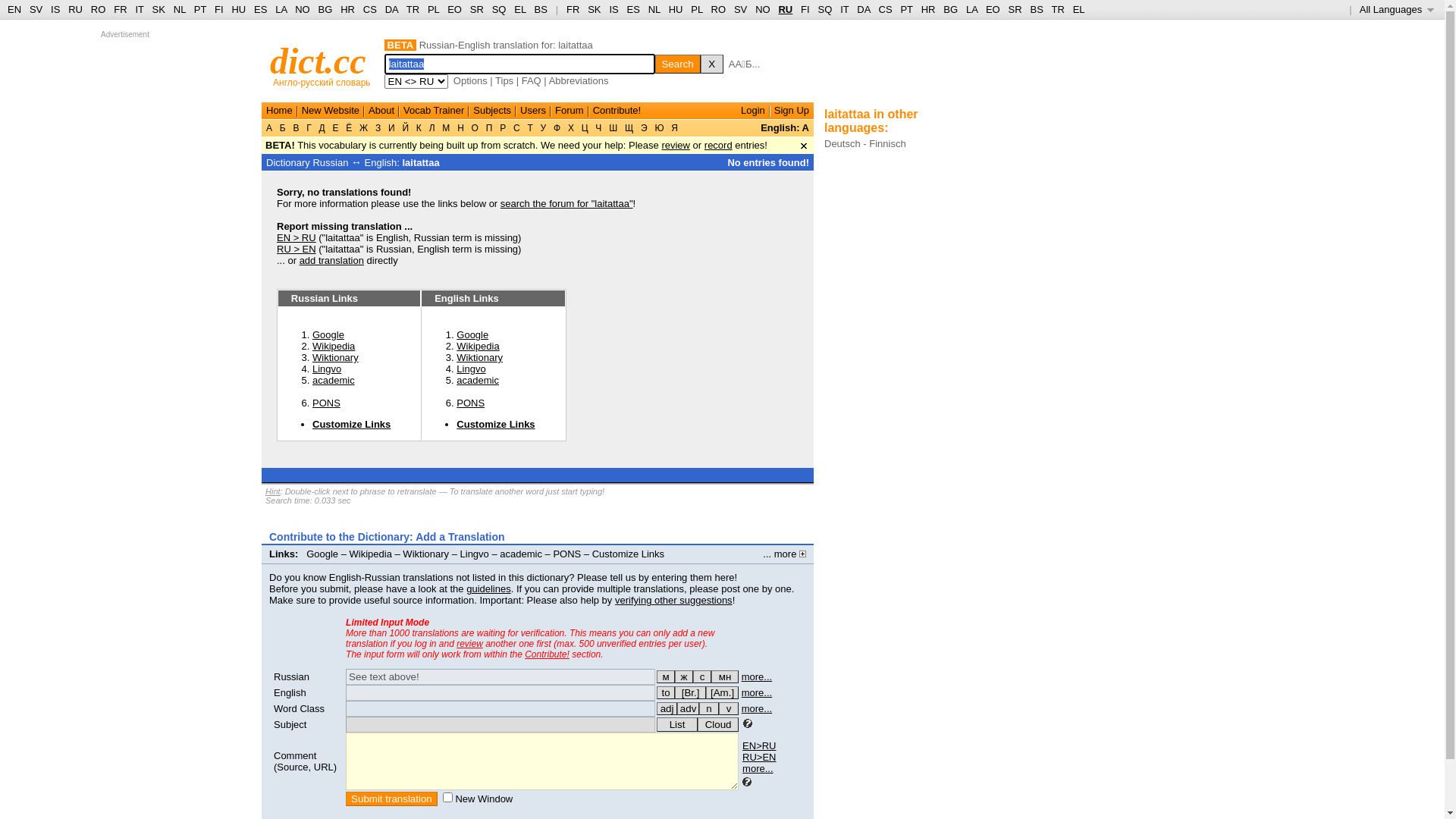  Describe the element at coordinates (613, 9) in the screenshot. I see `'IS'` at that location.